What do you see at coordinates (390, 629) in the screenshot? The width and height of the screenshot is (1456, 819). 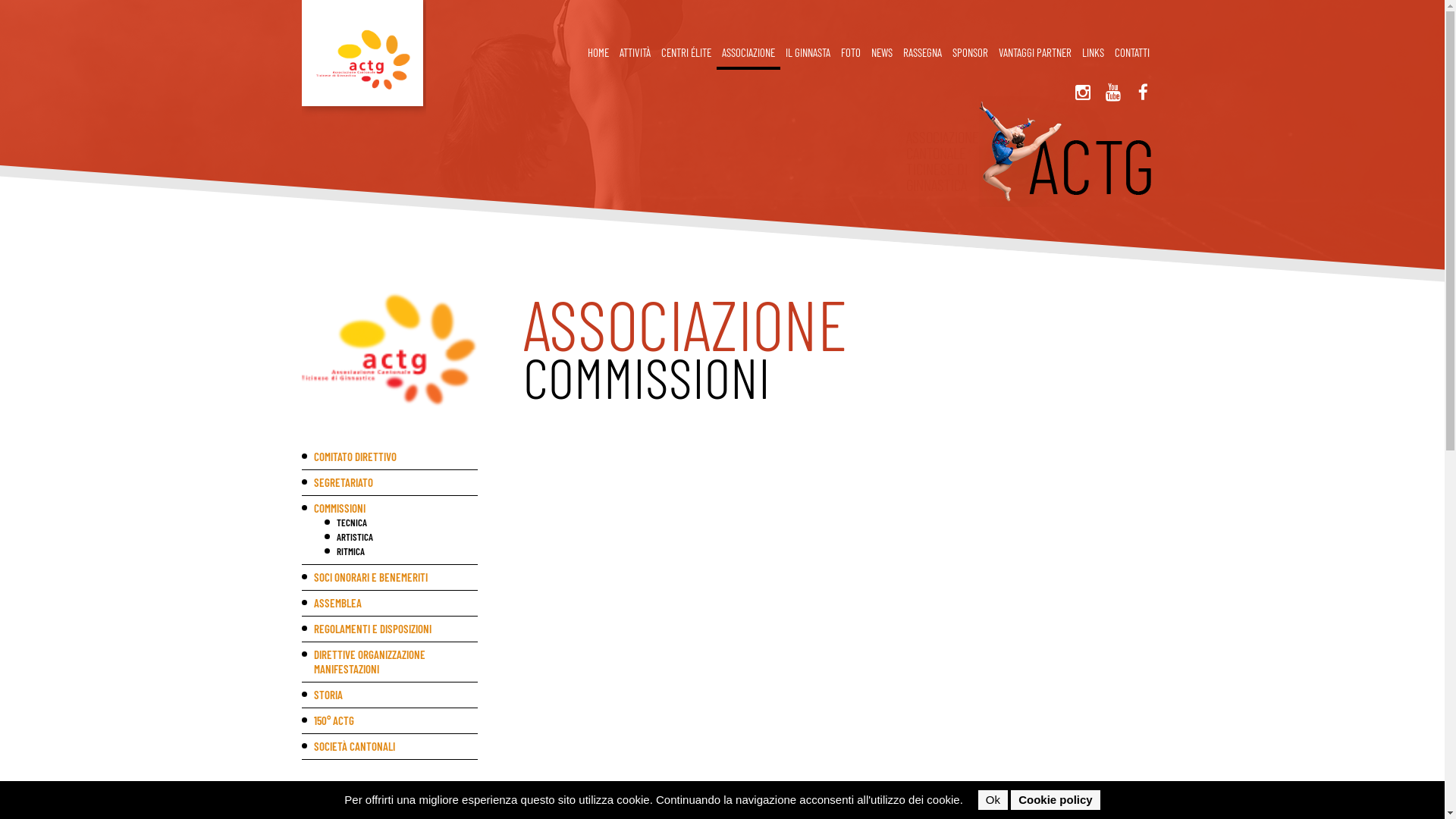 I see `'REGOLAMENTI E DISPOSIZIONI'` at bounding box center [390, 629].